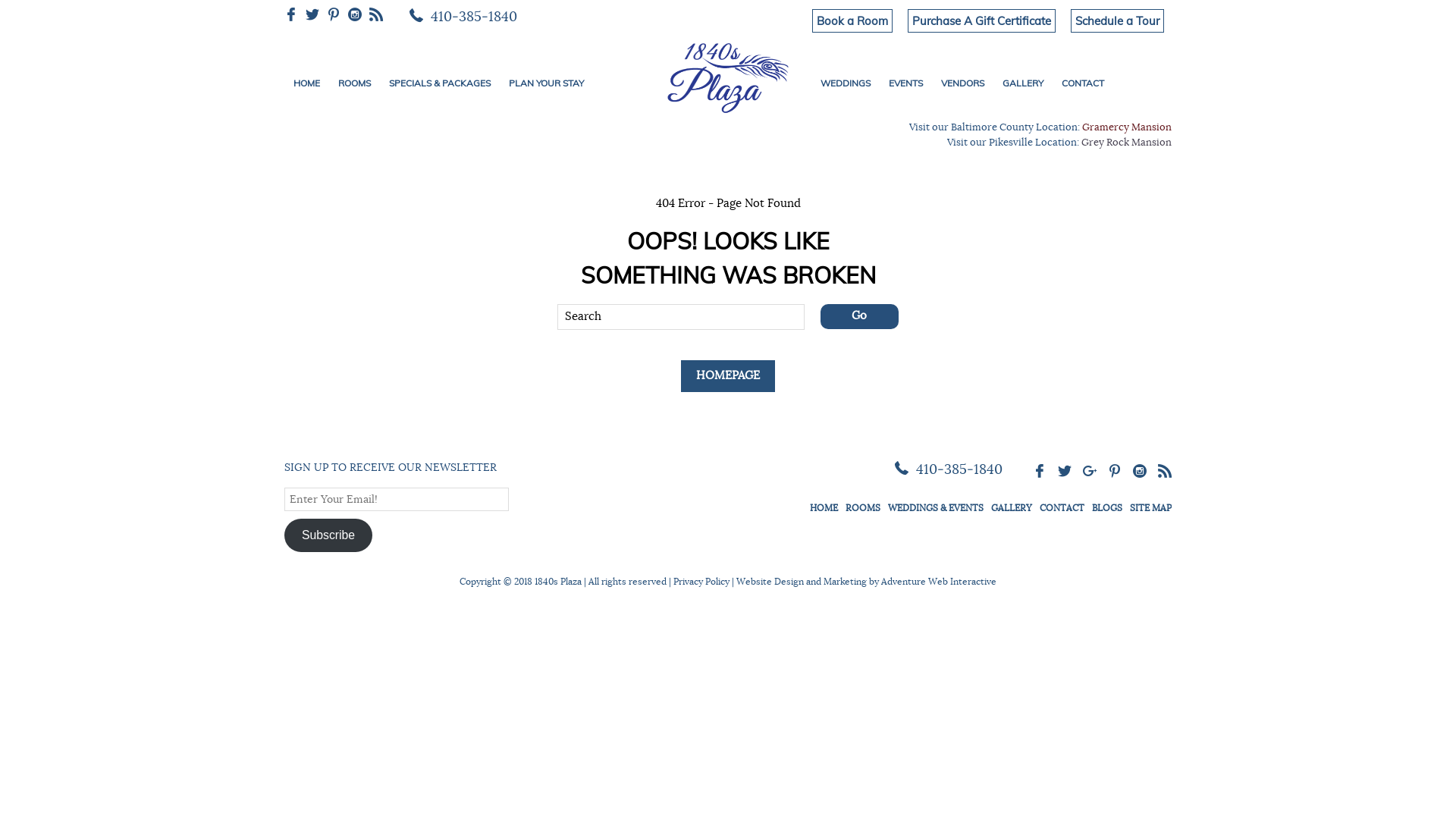 The height and width of the screenshot is (819, 1456). I want to click on 'Privacy Policy', so click(673, 581).